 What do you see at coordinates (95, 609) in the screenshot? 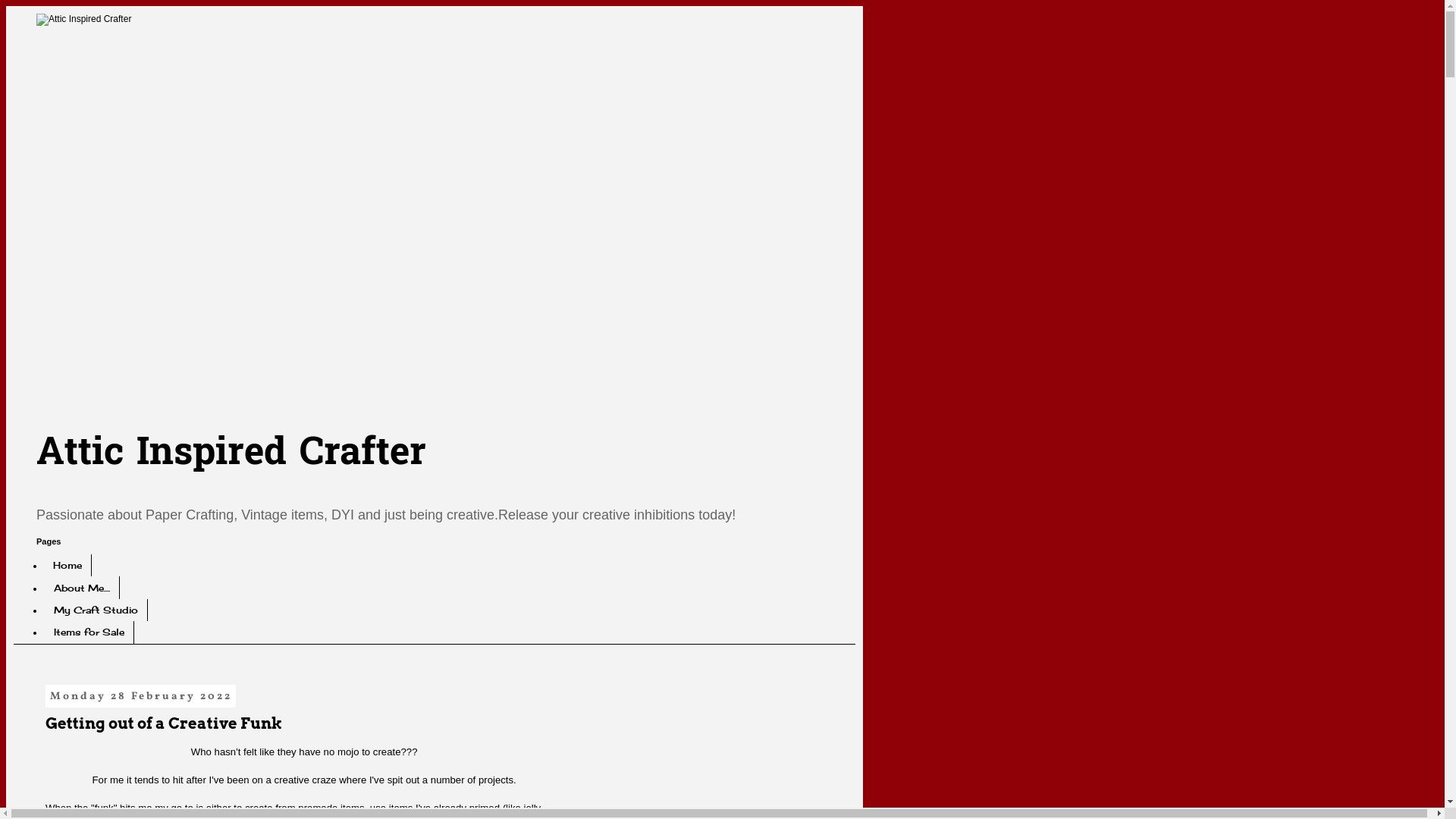
I see `'My Craft Studio'` at bounding box center [95, 609].